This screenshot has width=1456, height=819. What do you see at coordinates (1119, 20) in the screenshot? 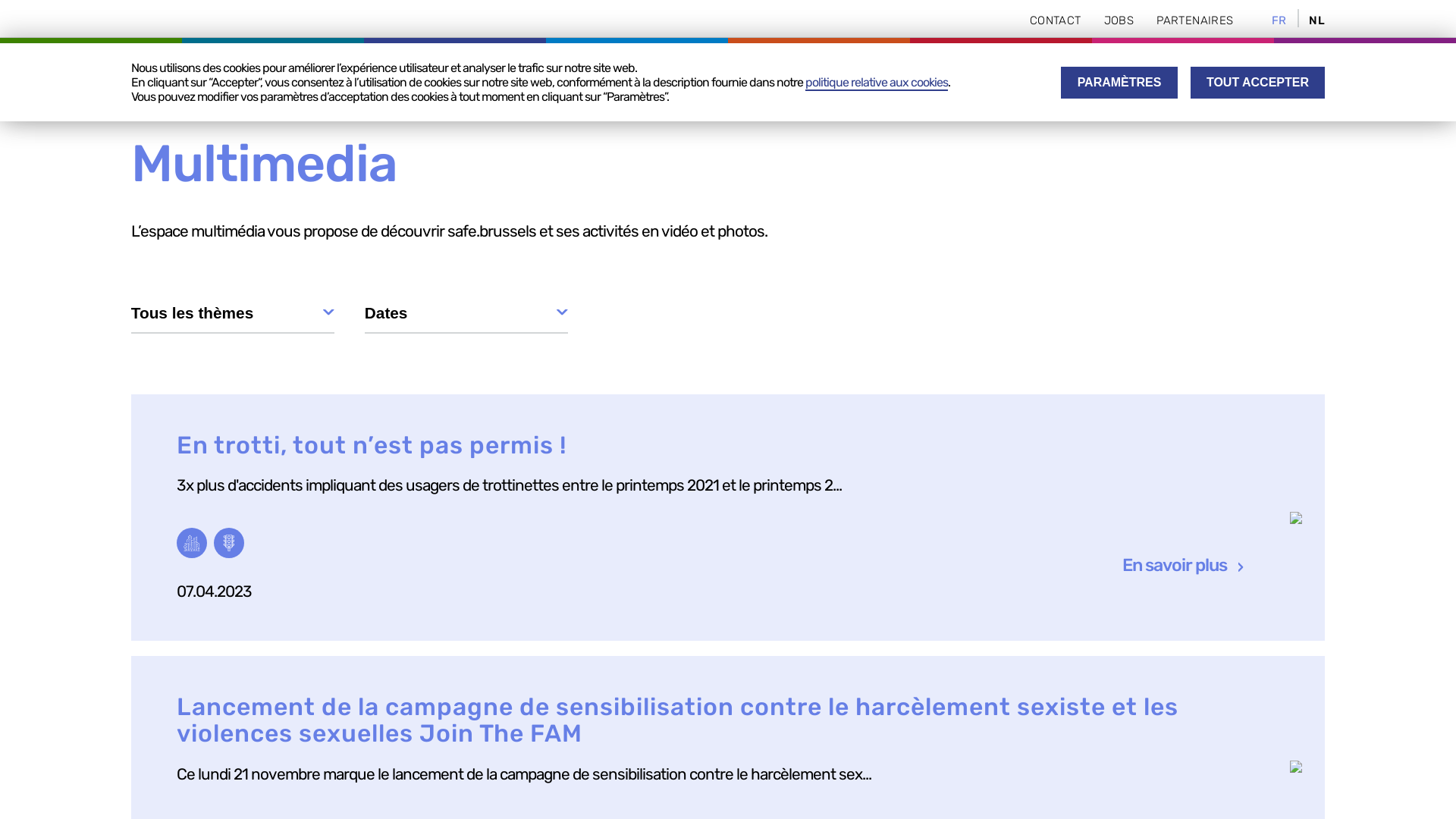
I see `'JOBS'` at bounding box center [1119, 20].